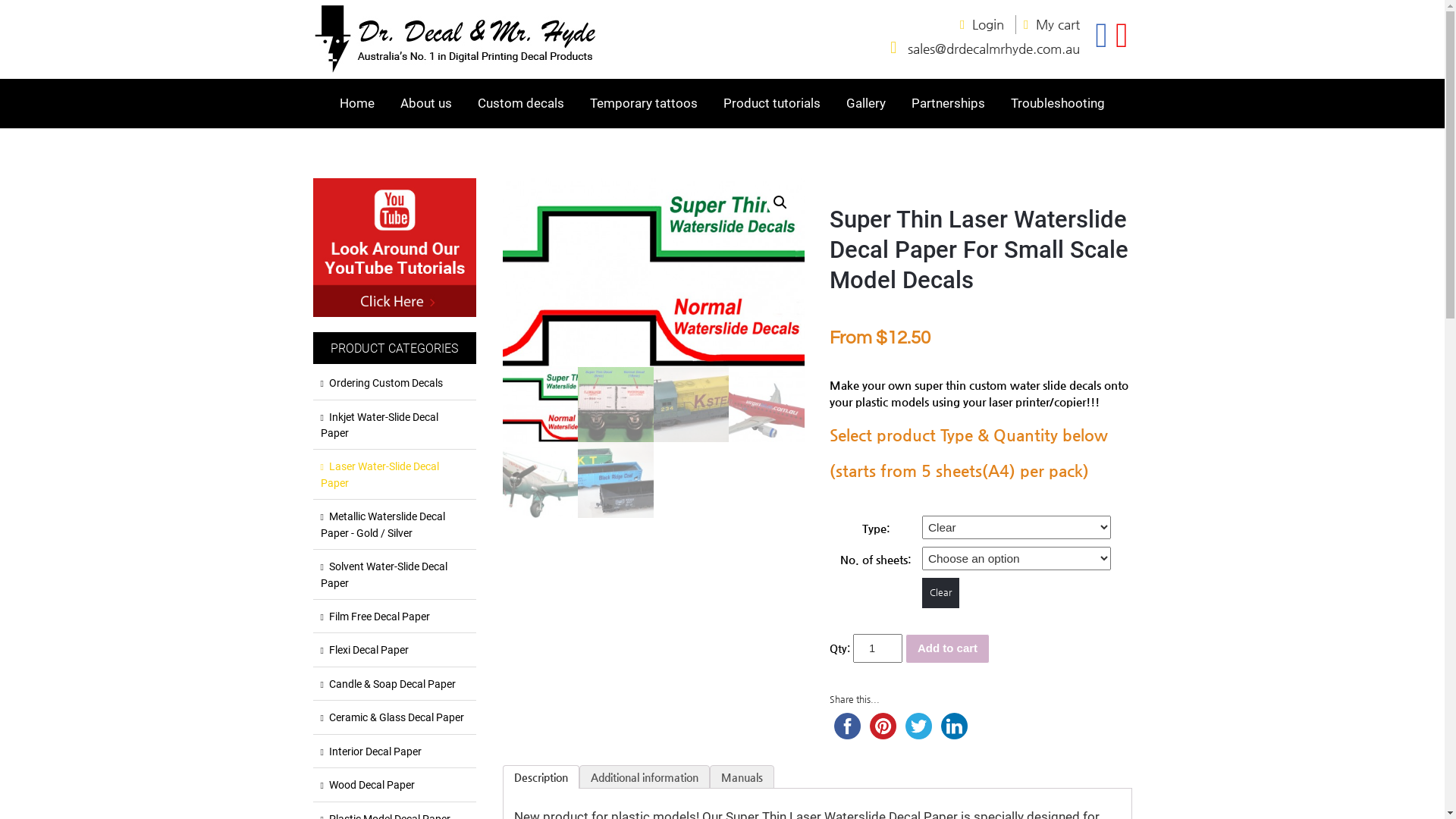  What do you see at coordinates (394, 649) in the screenshot?
I see `'Flexi Decal Paper'` at bounding box center [394, 649].